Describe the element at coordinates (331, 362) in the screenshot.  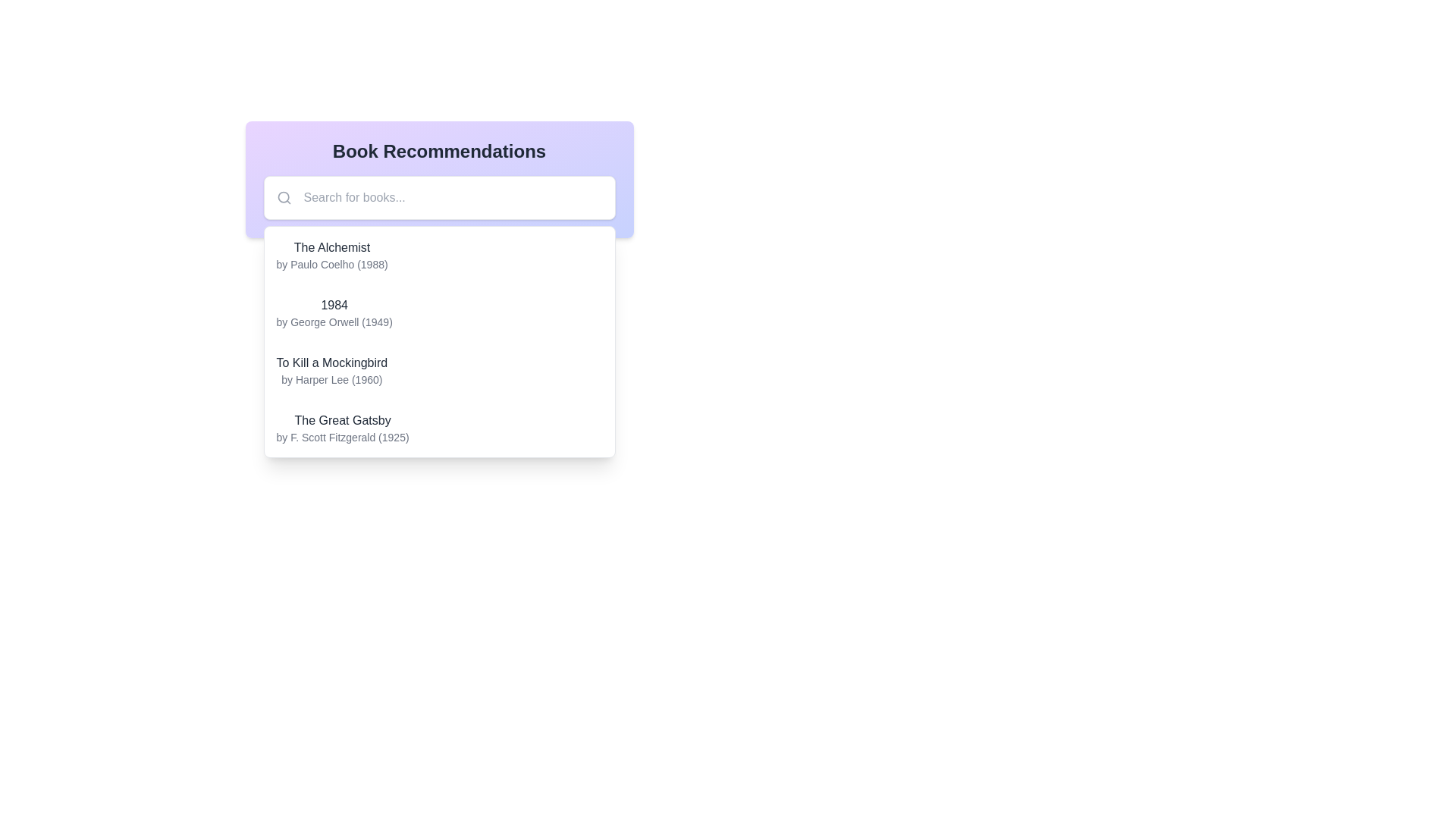
I see `the static text element displaying the title 'To Kill a Mockingbird' in the list of recommended books` at that location.